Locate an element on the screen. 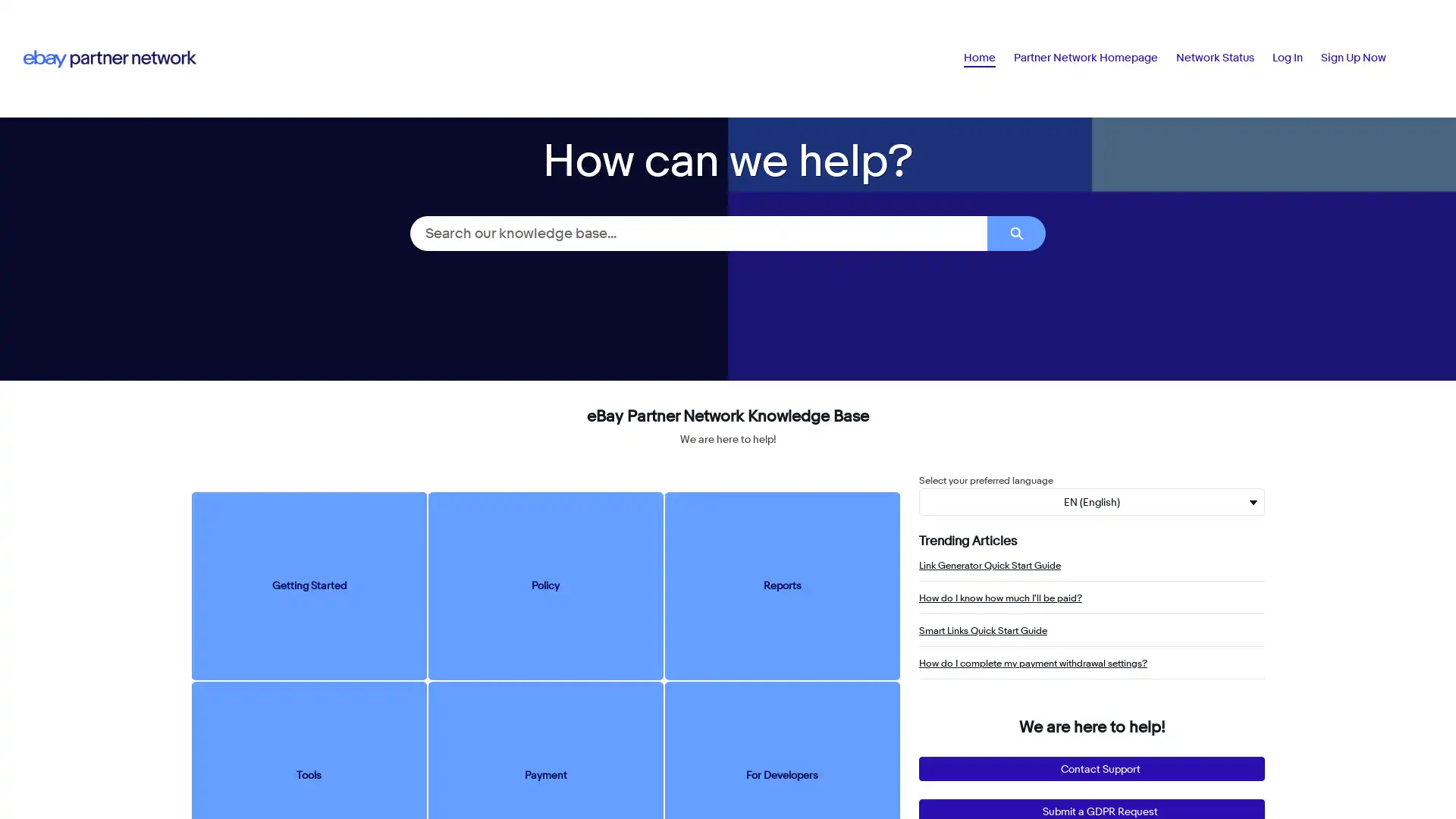  Contact Support is located at coordinates (1092, 769).